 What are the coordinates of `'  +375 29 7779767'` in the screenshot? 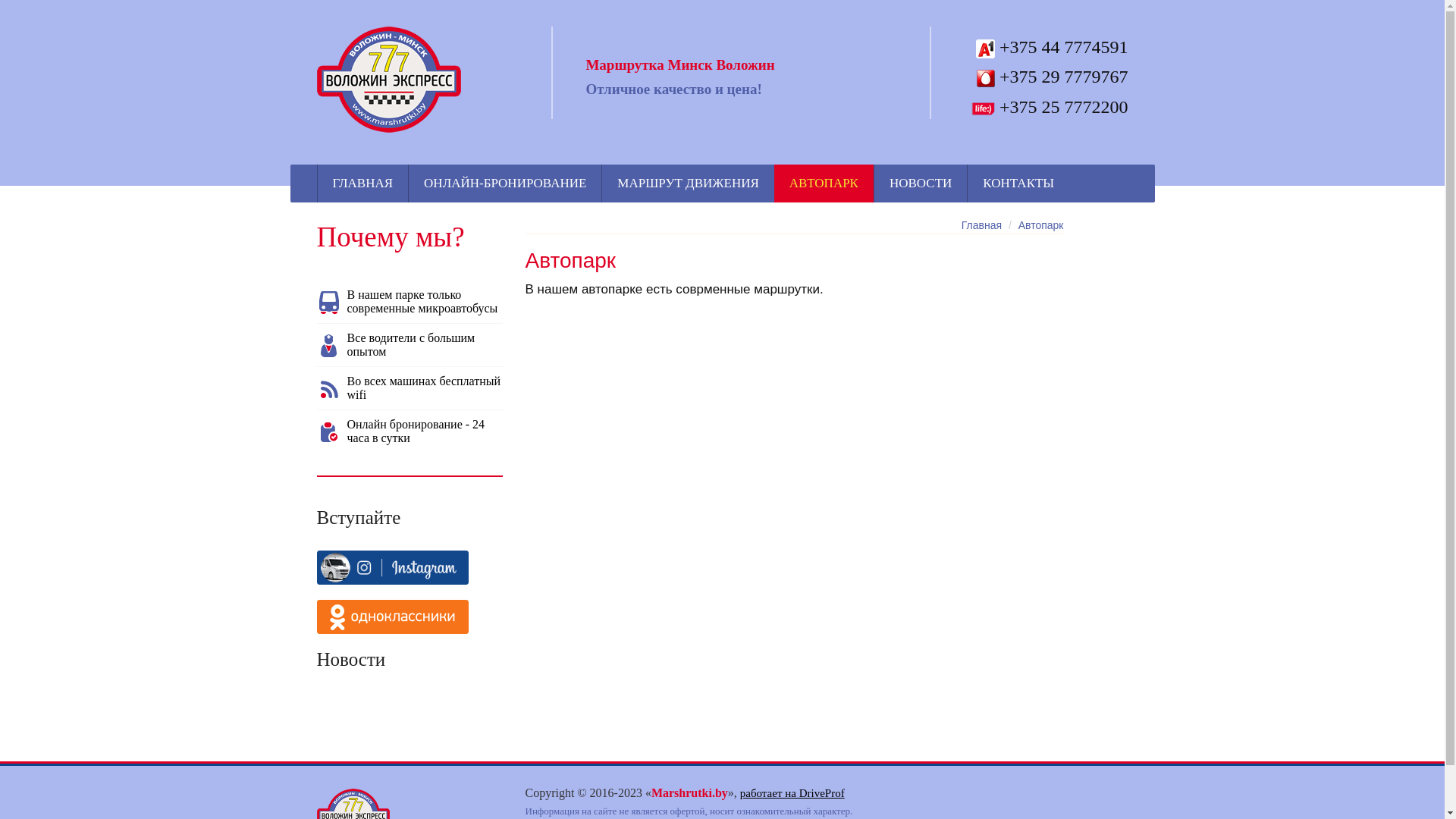 It's located at (1047, 76).